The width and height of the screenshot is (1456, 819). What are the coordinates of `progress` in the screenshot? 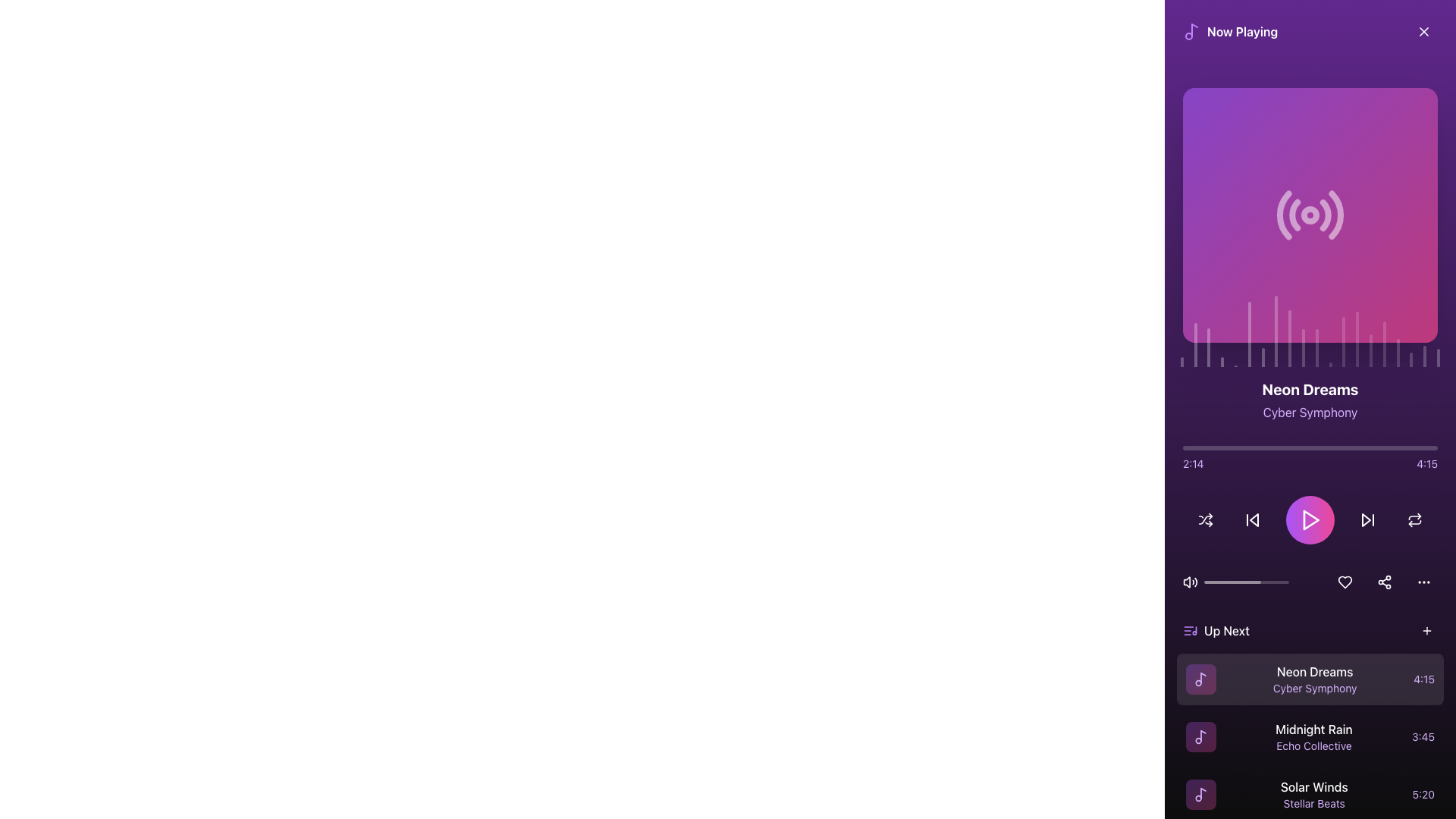 It's located at (1241, 447).